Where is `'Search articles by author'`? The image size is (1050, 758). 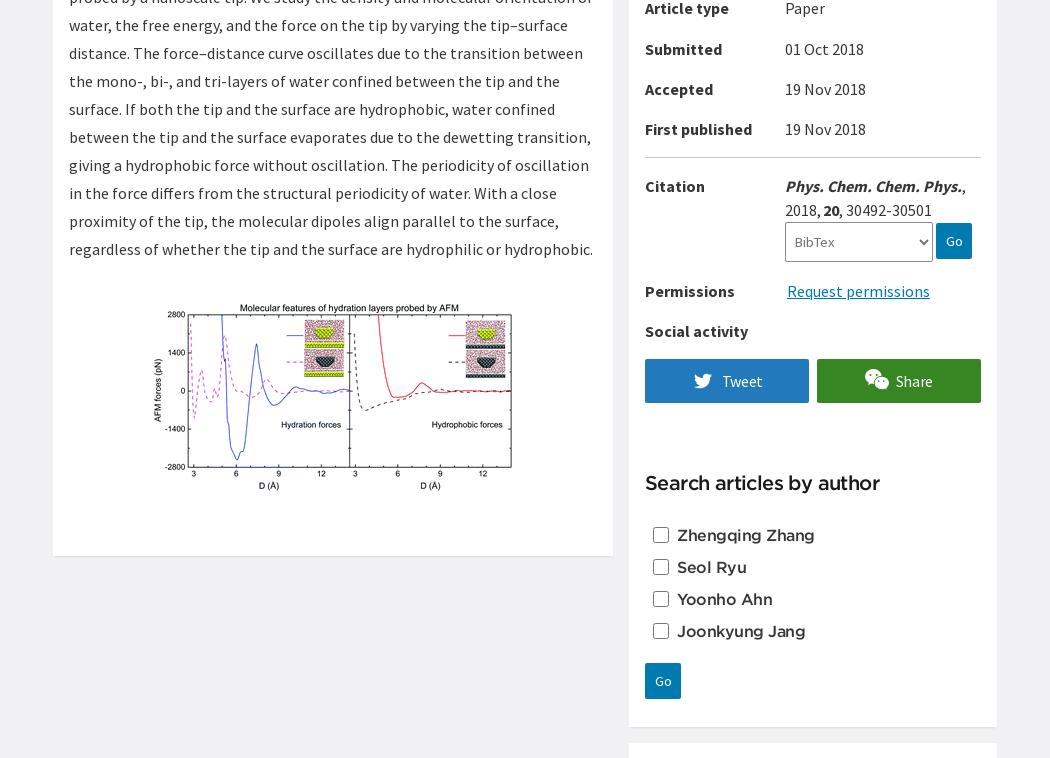
'Search articles by author' is located at coordinates (761, 481).